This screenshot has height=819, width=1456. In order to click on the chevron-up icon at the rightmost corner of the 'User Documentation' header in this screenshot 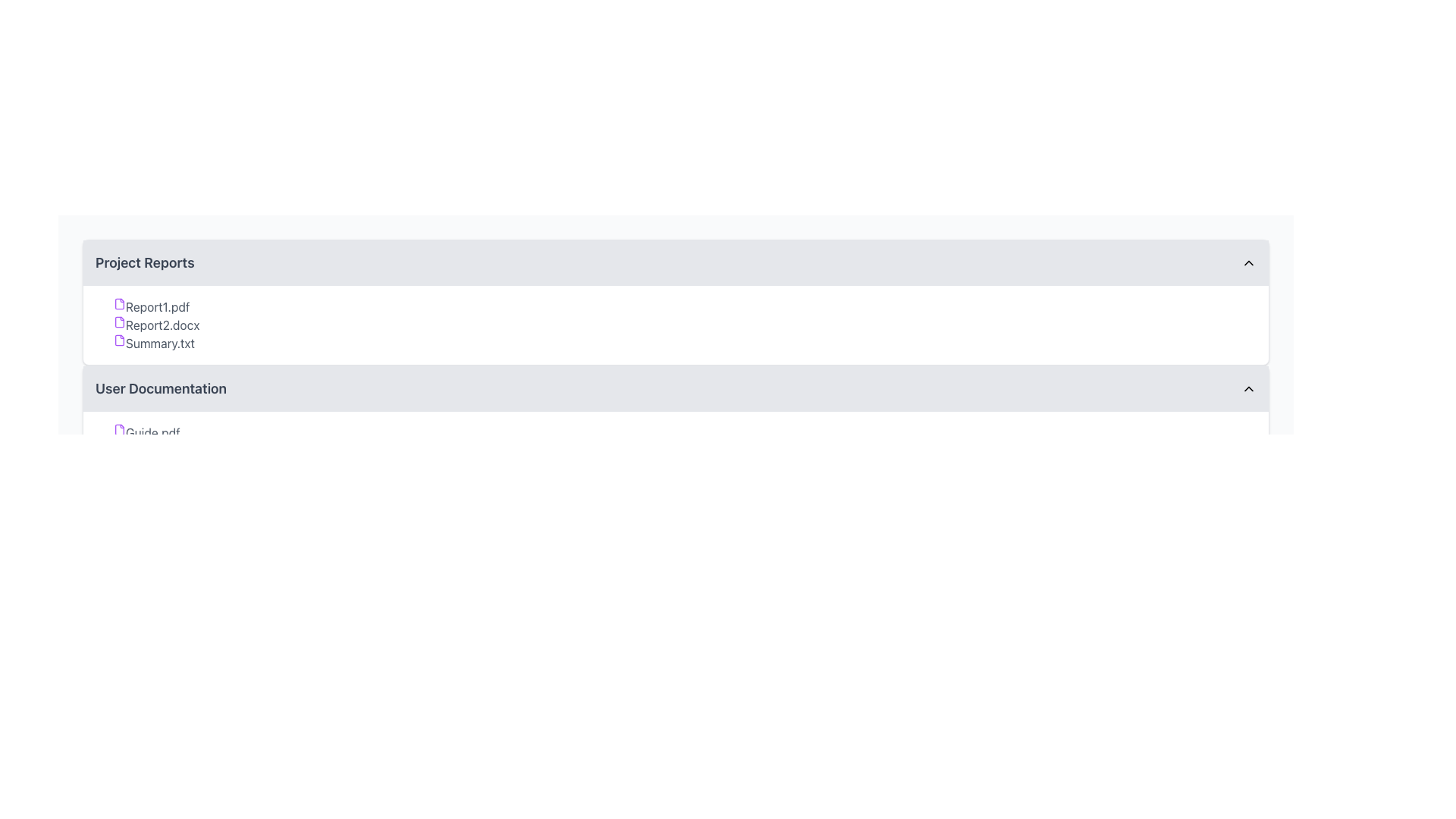, I will do `click(1248, 388)`.